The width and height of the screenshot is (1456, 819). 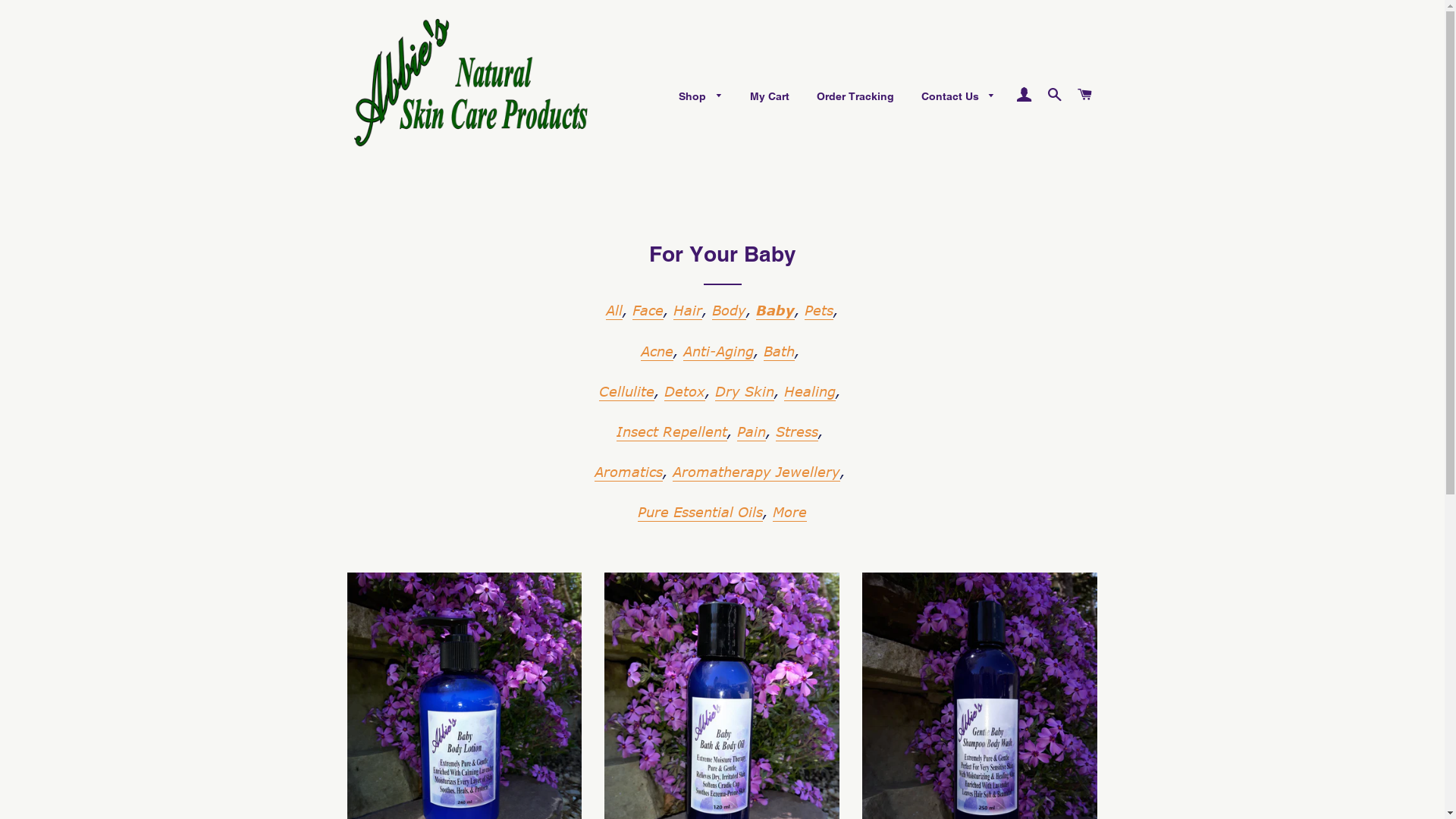 What do you see at coordinates (711, 309) in the screenshot?
I see `'Body'` at bounding box center [711, 309].